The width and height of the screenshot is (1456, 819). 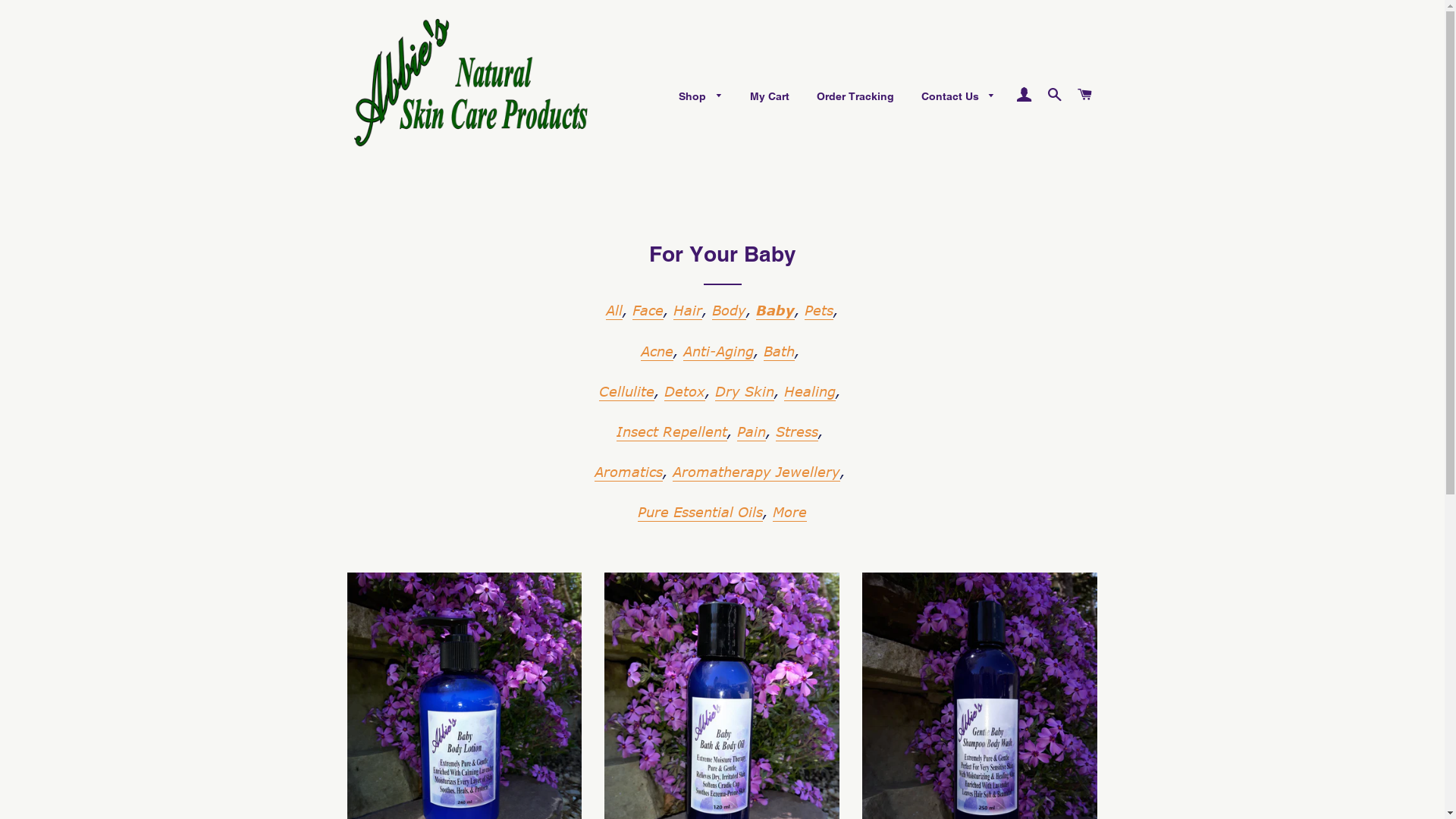 What do you see at coordinates (711, 309) in the screenshot?
I see `'Body'` at bounding box center [711, 309].